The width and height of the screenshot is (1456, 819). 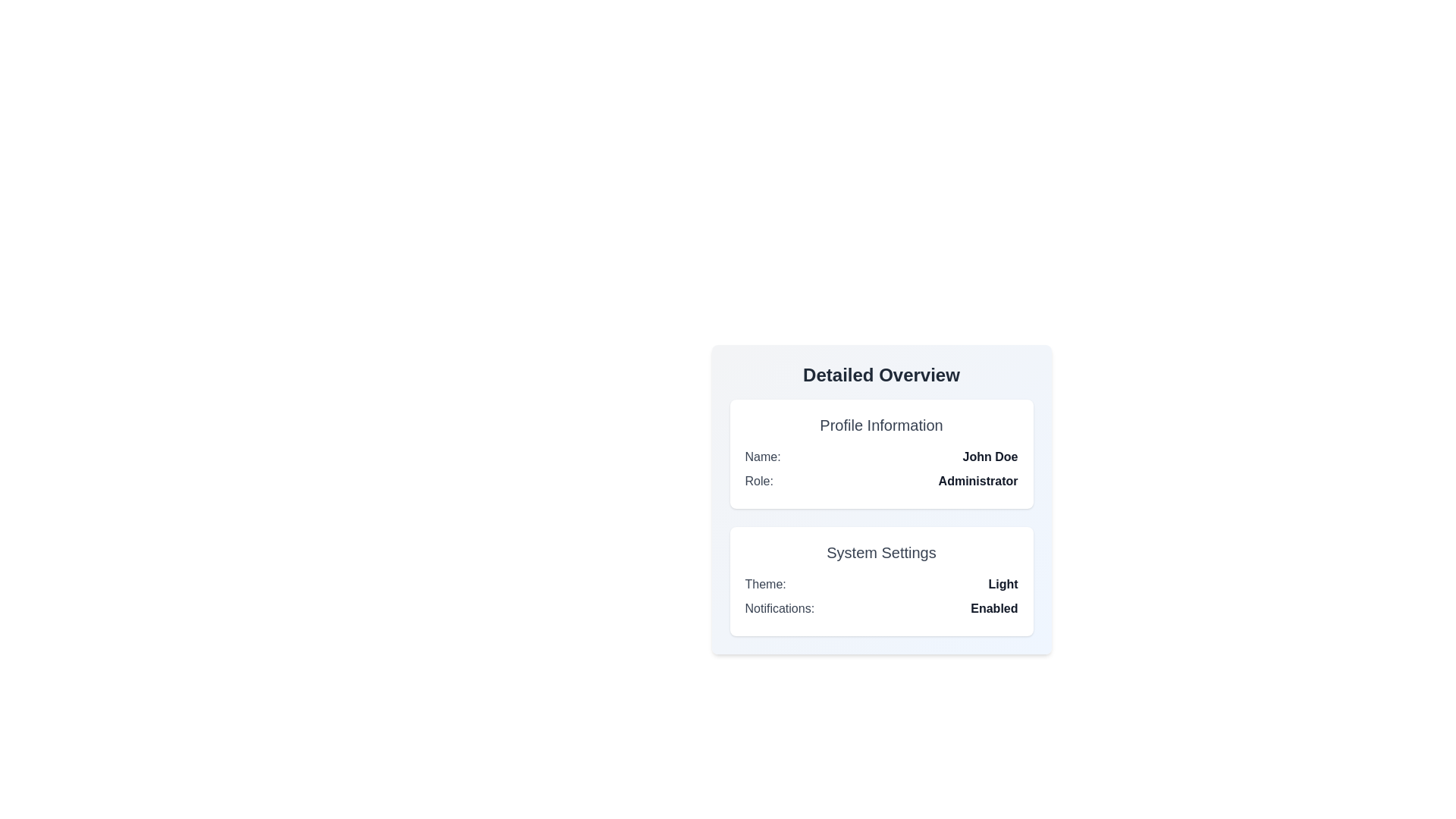 What do you see at coordinates (763, 456) in the screenshot?
I see `text of the label indicating the associated name, which is positioned in the left column of the 'Profile Information' section, above the label 'Role:' and aligned with 'John Doe'` at bounding box center [763, 456].